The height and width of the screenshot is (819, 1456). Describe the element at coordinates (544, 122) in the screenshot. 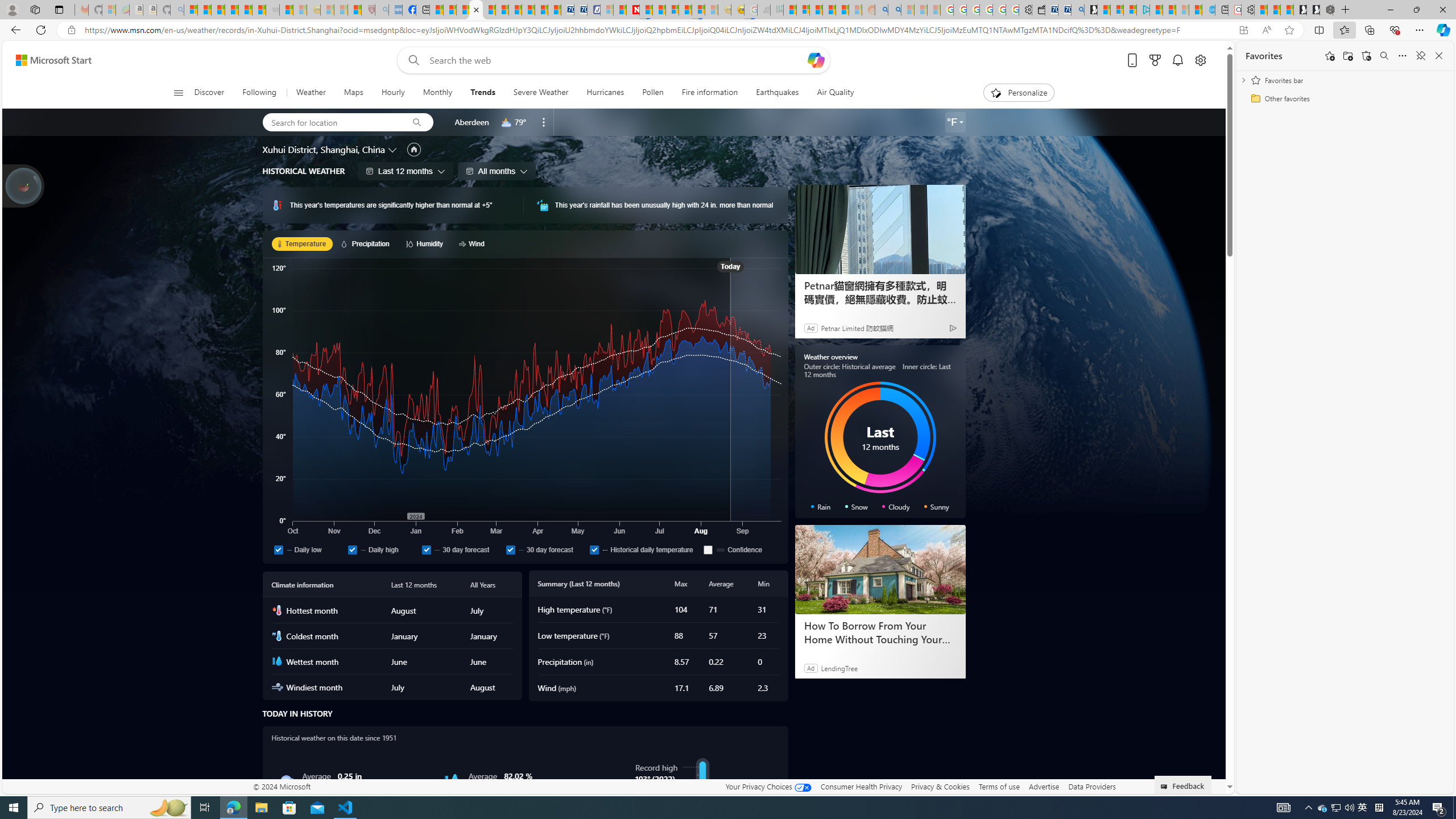

I see `'Remove location'` at that location.